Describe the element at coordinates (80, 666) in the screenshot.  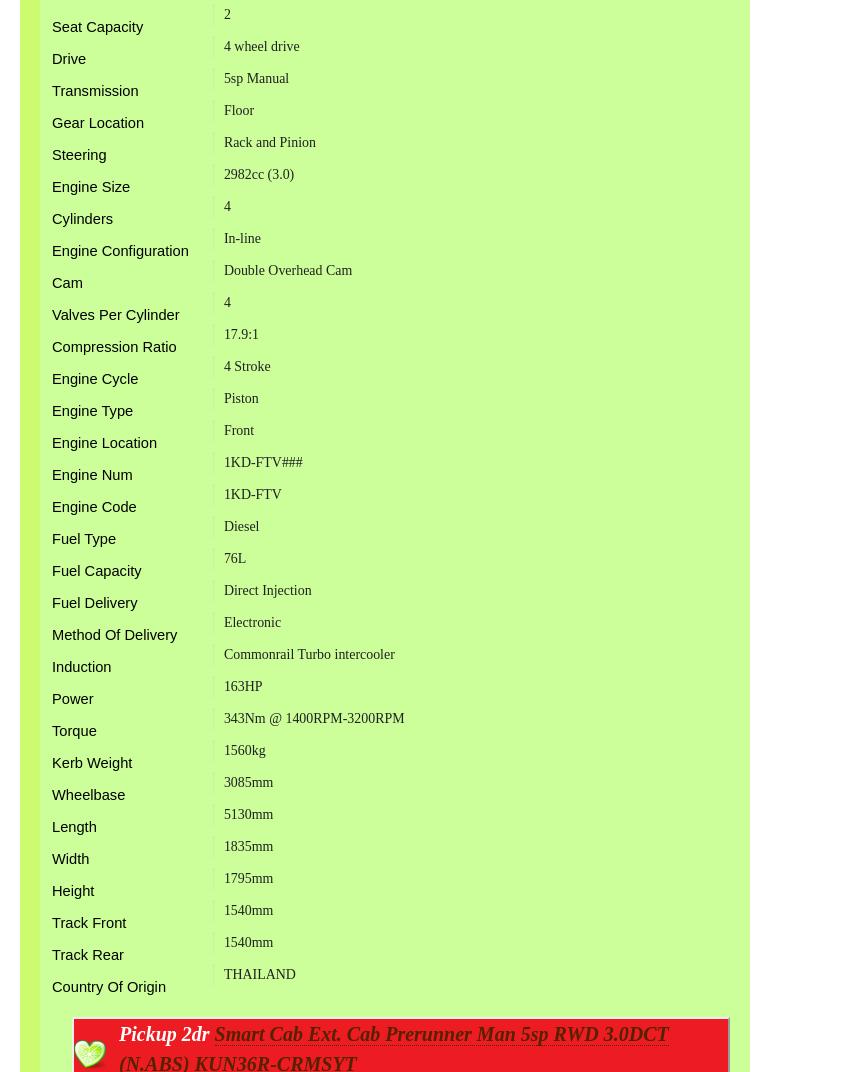
I see `'Induction'` at that location.